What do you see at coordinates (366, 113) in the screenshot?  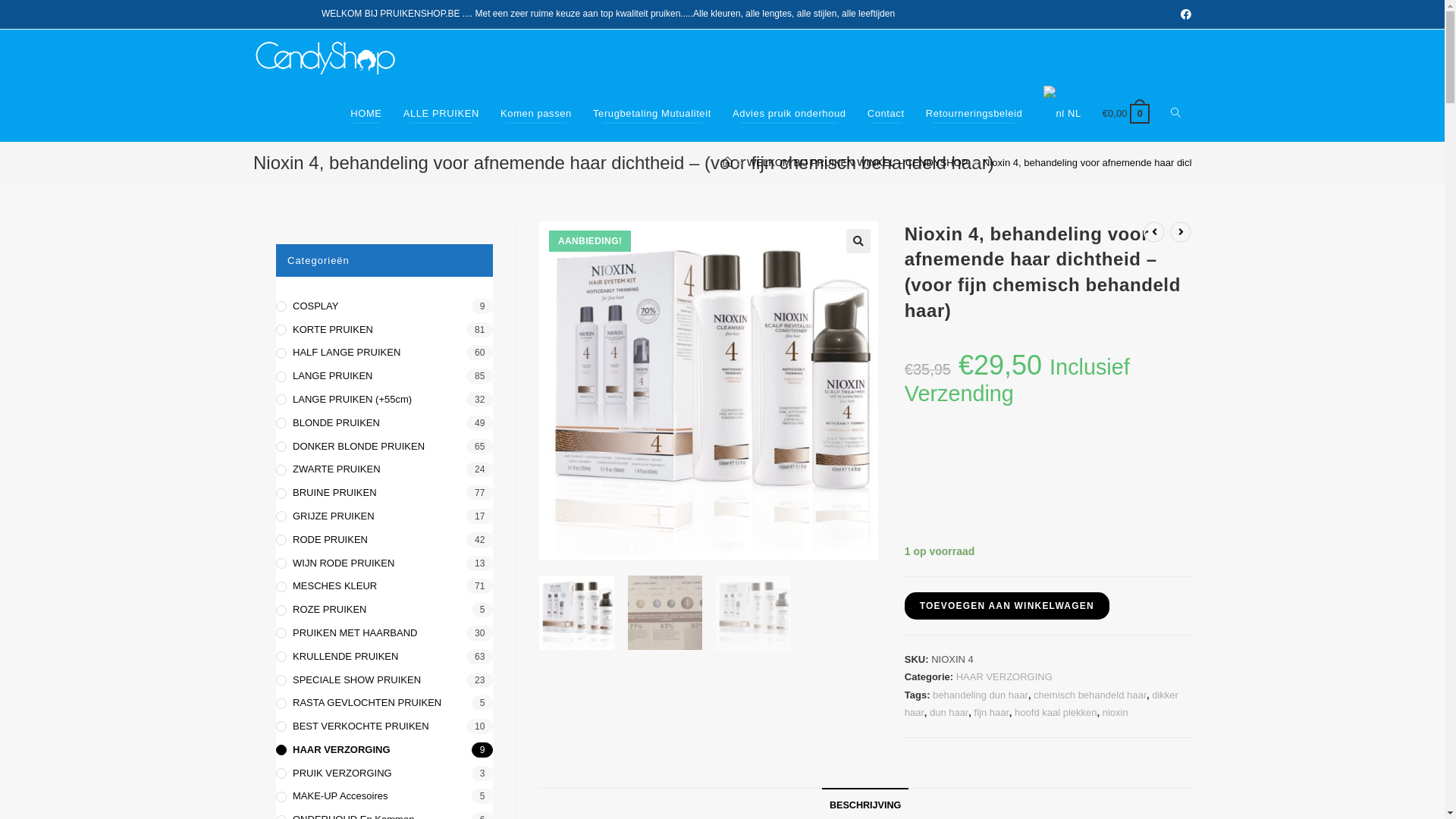 I see `'HOME'` at bounding box center [366, 113].